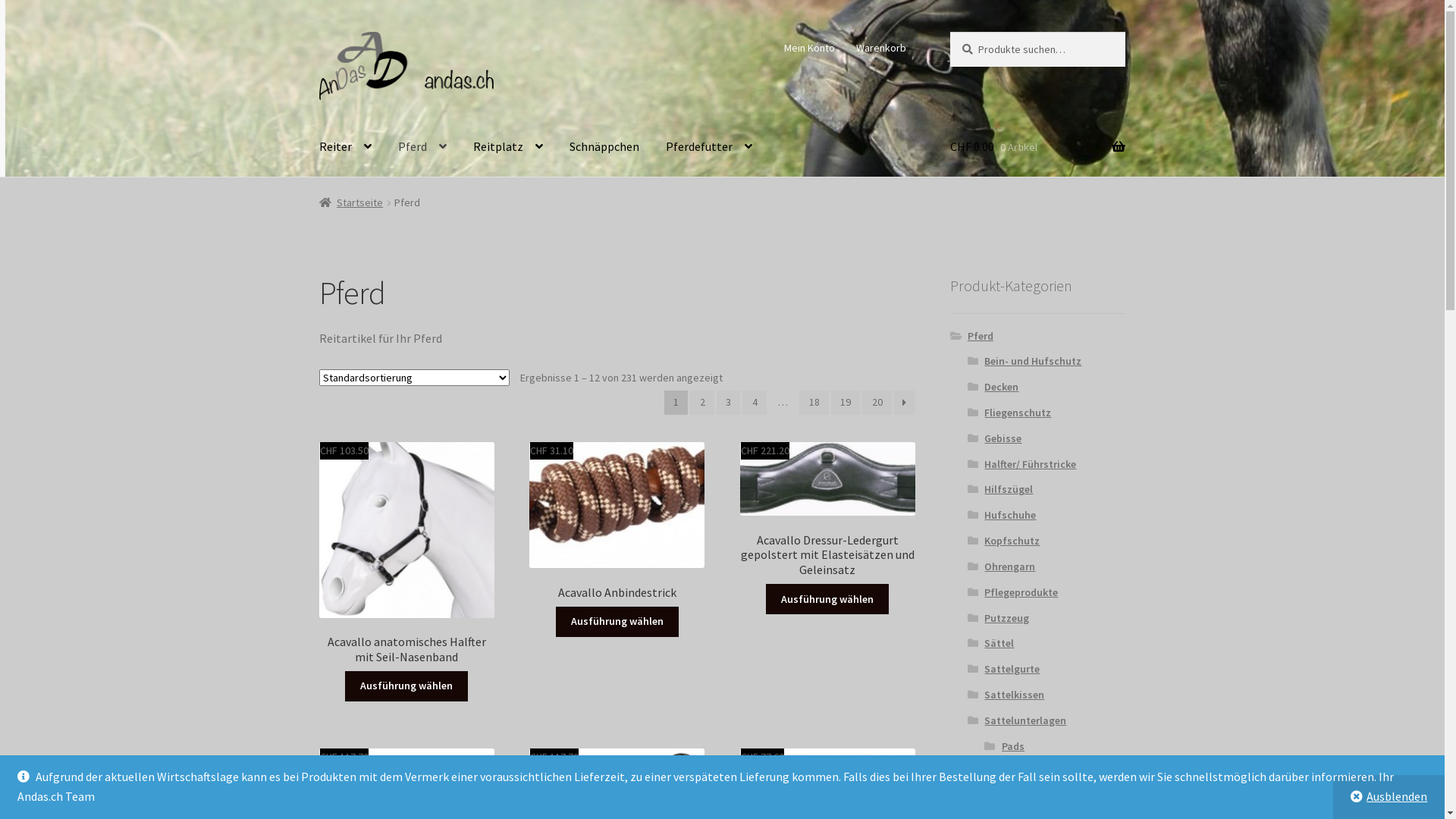  I want to click on 'Sattelkissen', so click(984, 694).